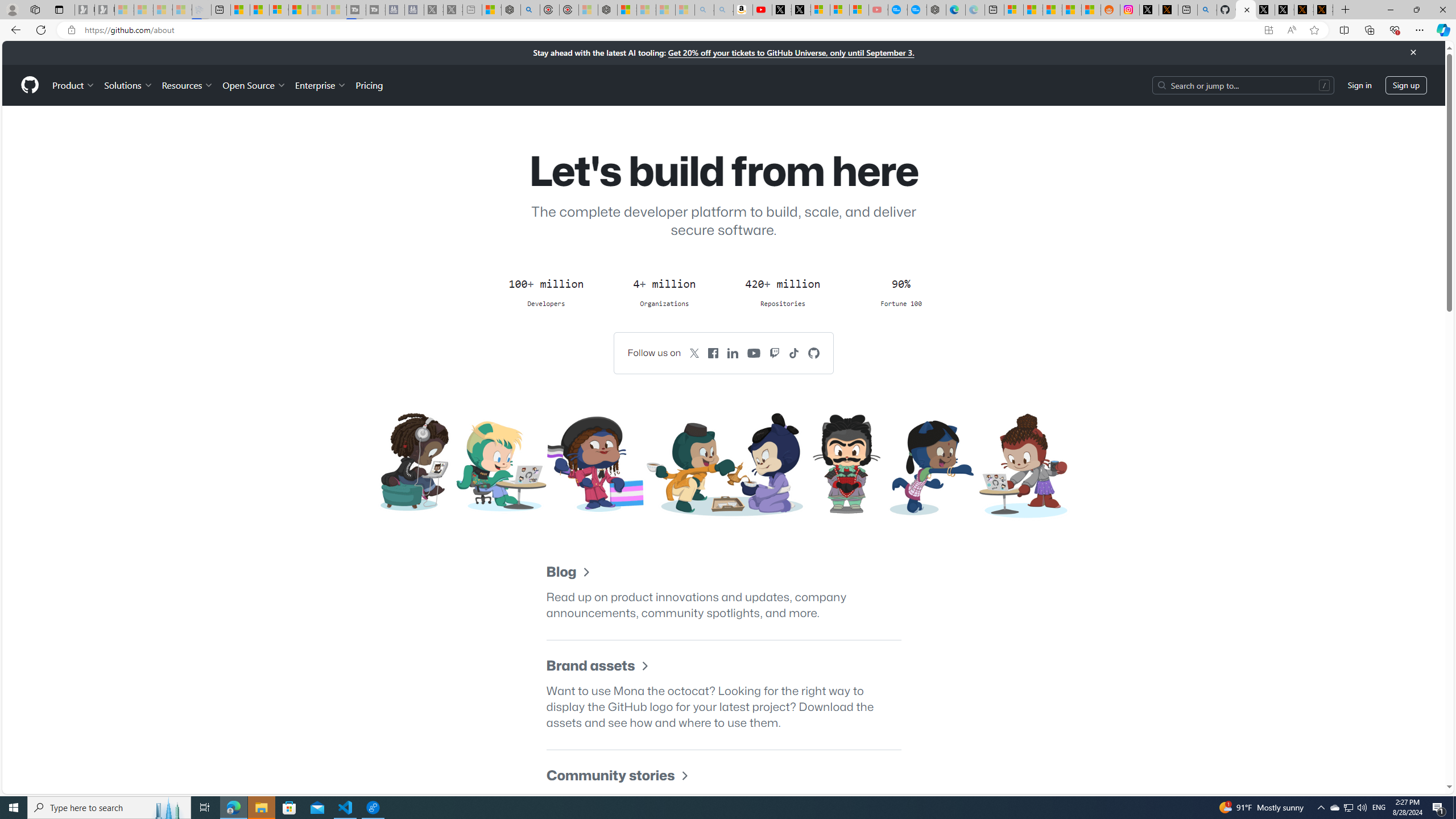  Describe the element at coordinates (775, 353) in the screenshot. I see `'GitHub on Twitch'` at that location.